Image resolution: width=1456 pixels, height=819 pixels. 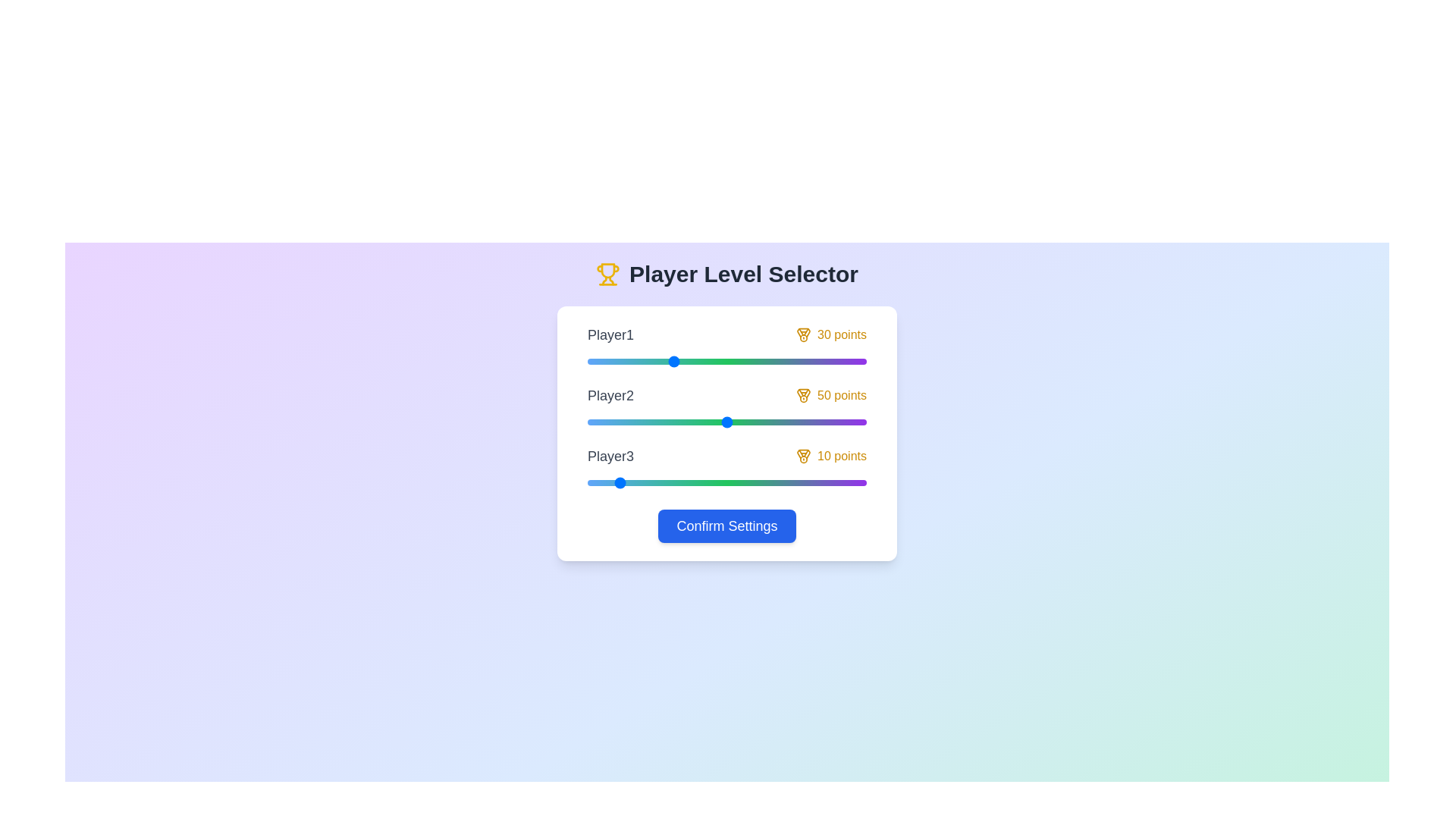 I want to click on the slider for Player3 to set their level to 76, so click(x=799, y=482).